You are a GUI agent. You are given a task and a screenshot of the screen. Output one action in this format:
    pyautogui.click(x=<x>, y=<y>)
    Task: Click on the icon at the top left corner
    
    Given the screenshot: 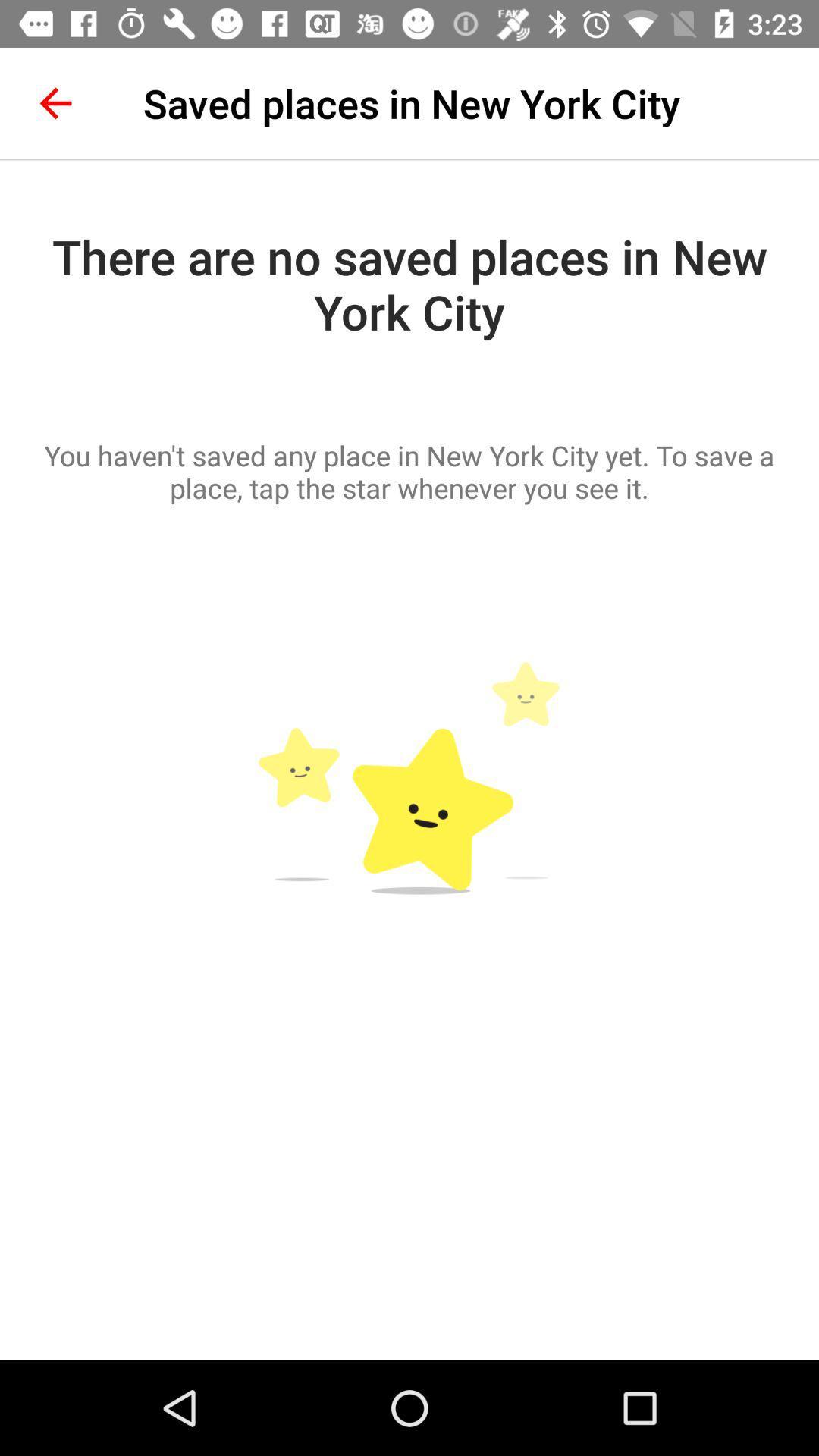 What is the action you would take?
    pyautogui.click(x=55, y=102)
    